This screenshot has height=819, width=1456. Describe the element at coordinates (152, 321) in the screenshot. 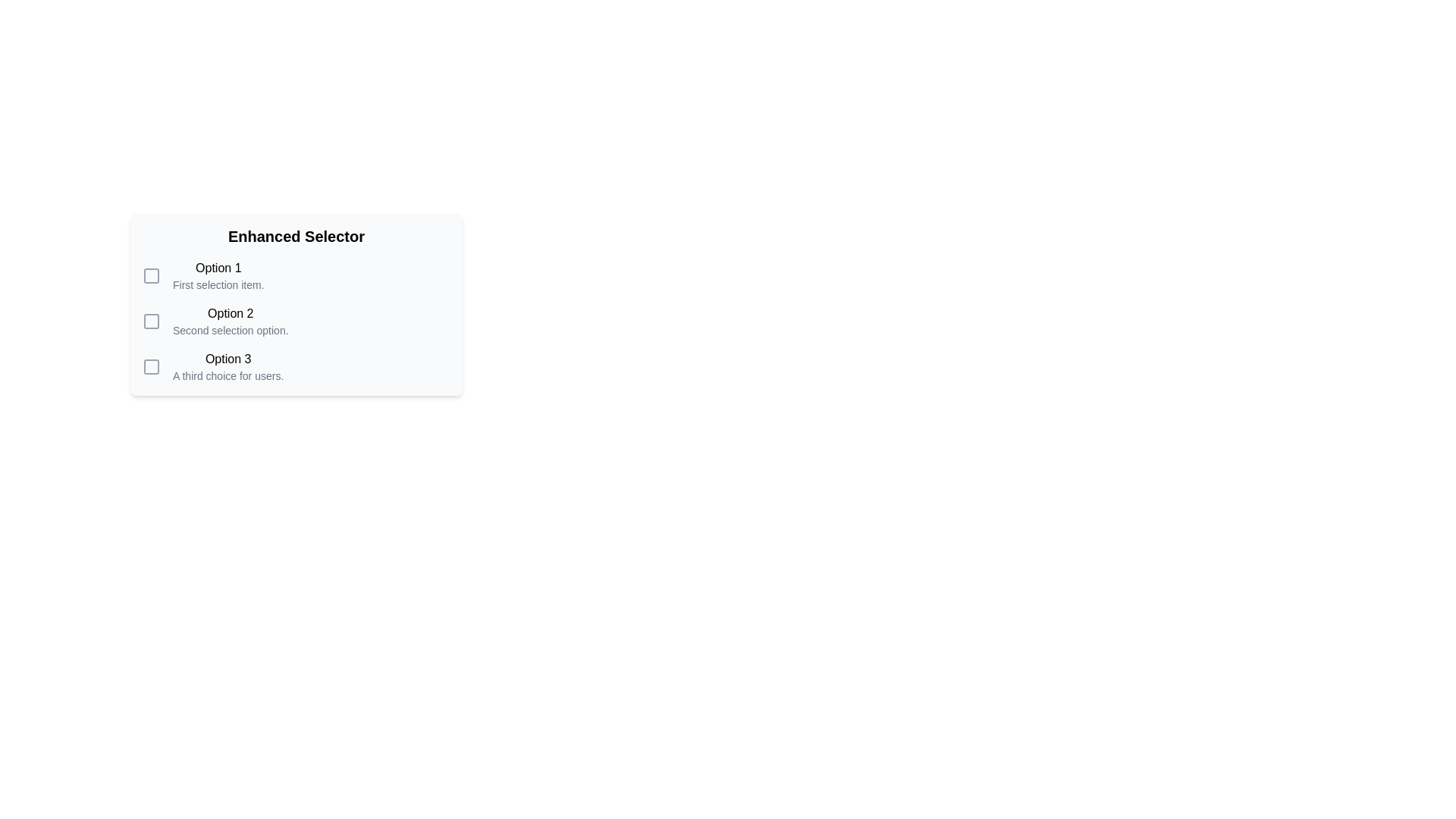

I see `the second checkbox indicator in the 'Enhanced Selector' card` at that location.